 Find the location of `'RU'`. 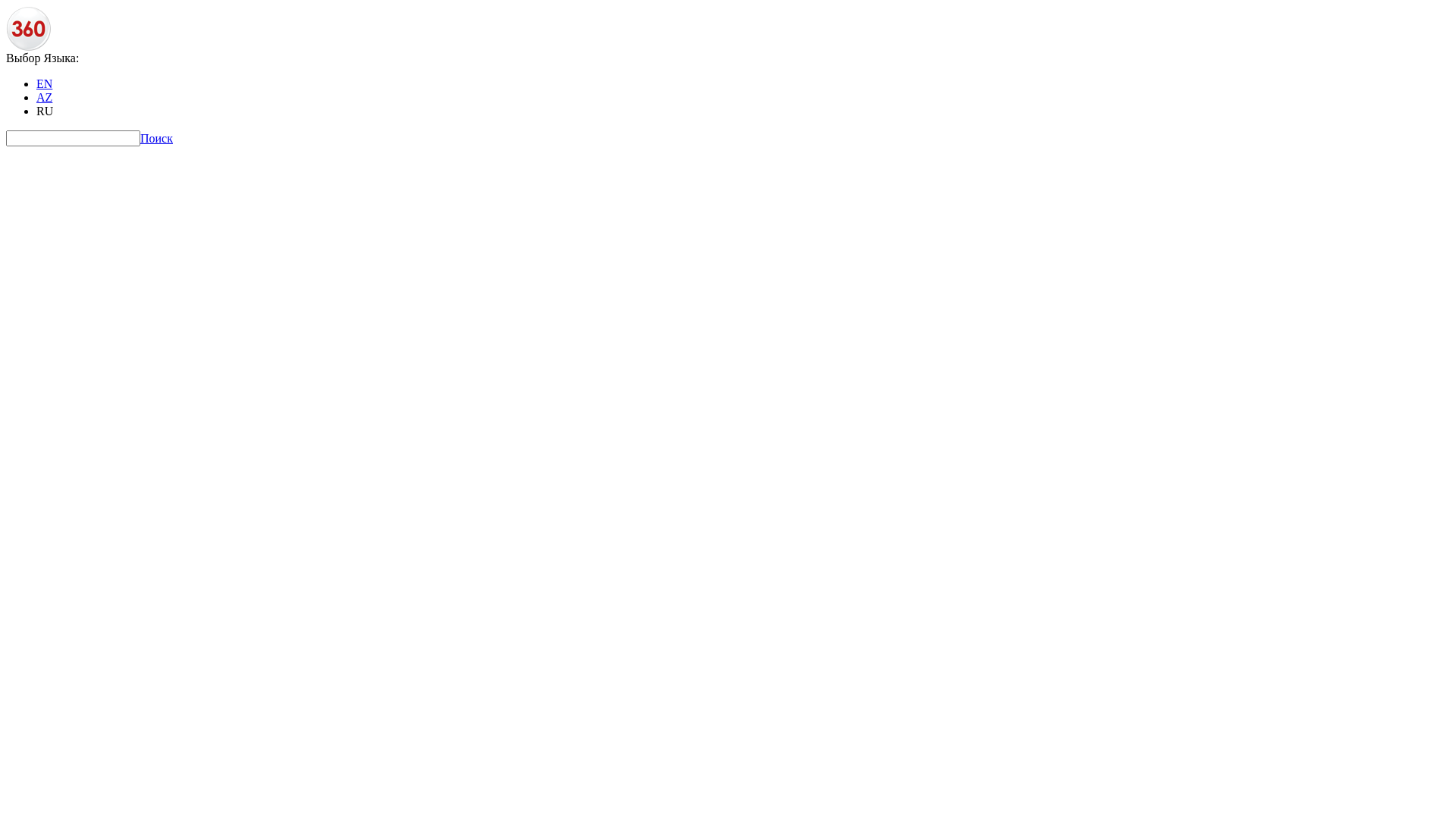

'RU' is located at coordinates (44, 110).